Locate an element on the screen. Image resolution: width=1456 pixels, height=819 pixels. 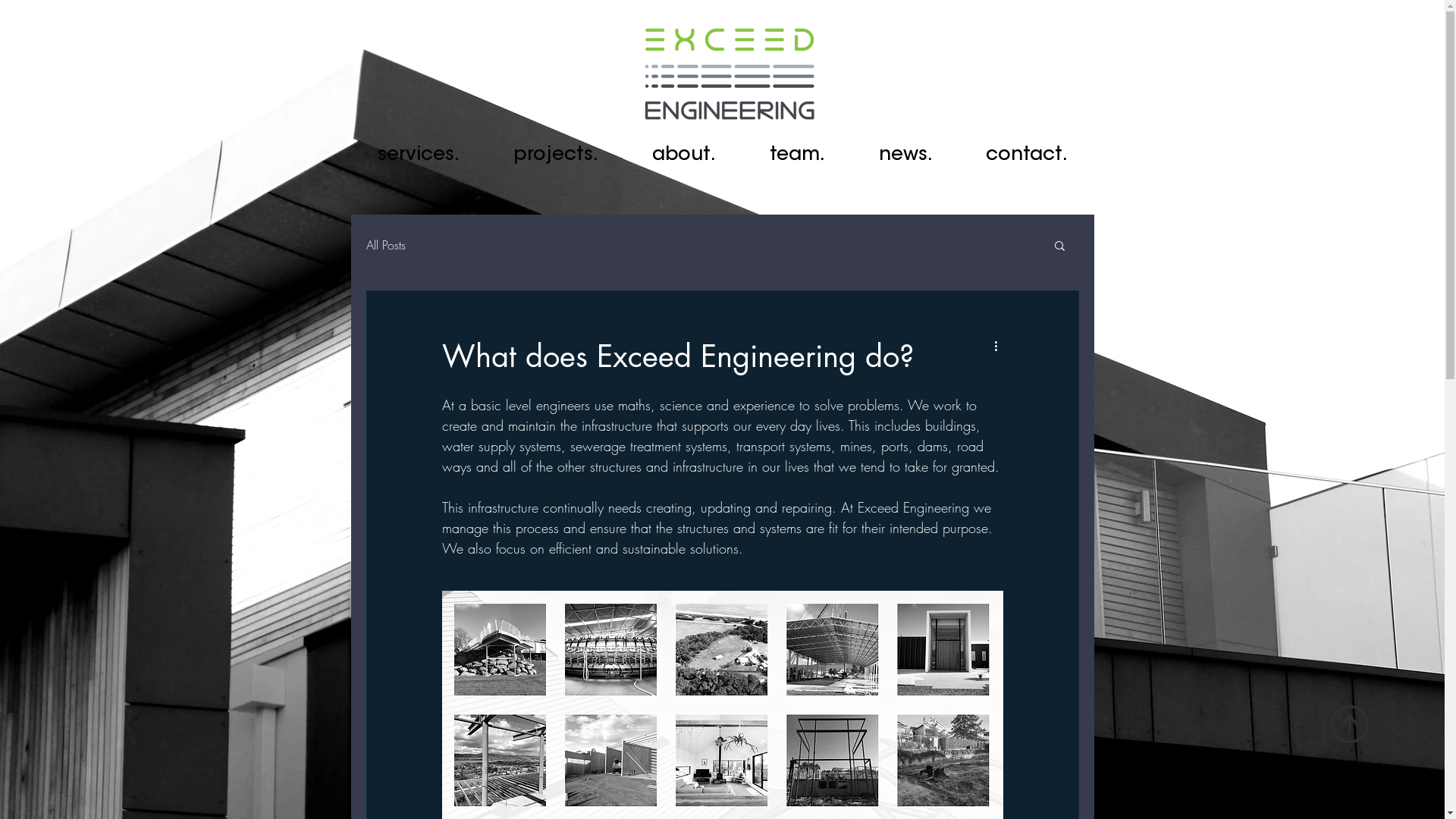
'contact.' is located at coordinates (1026, 155).